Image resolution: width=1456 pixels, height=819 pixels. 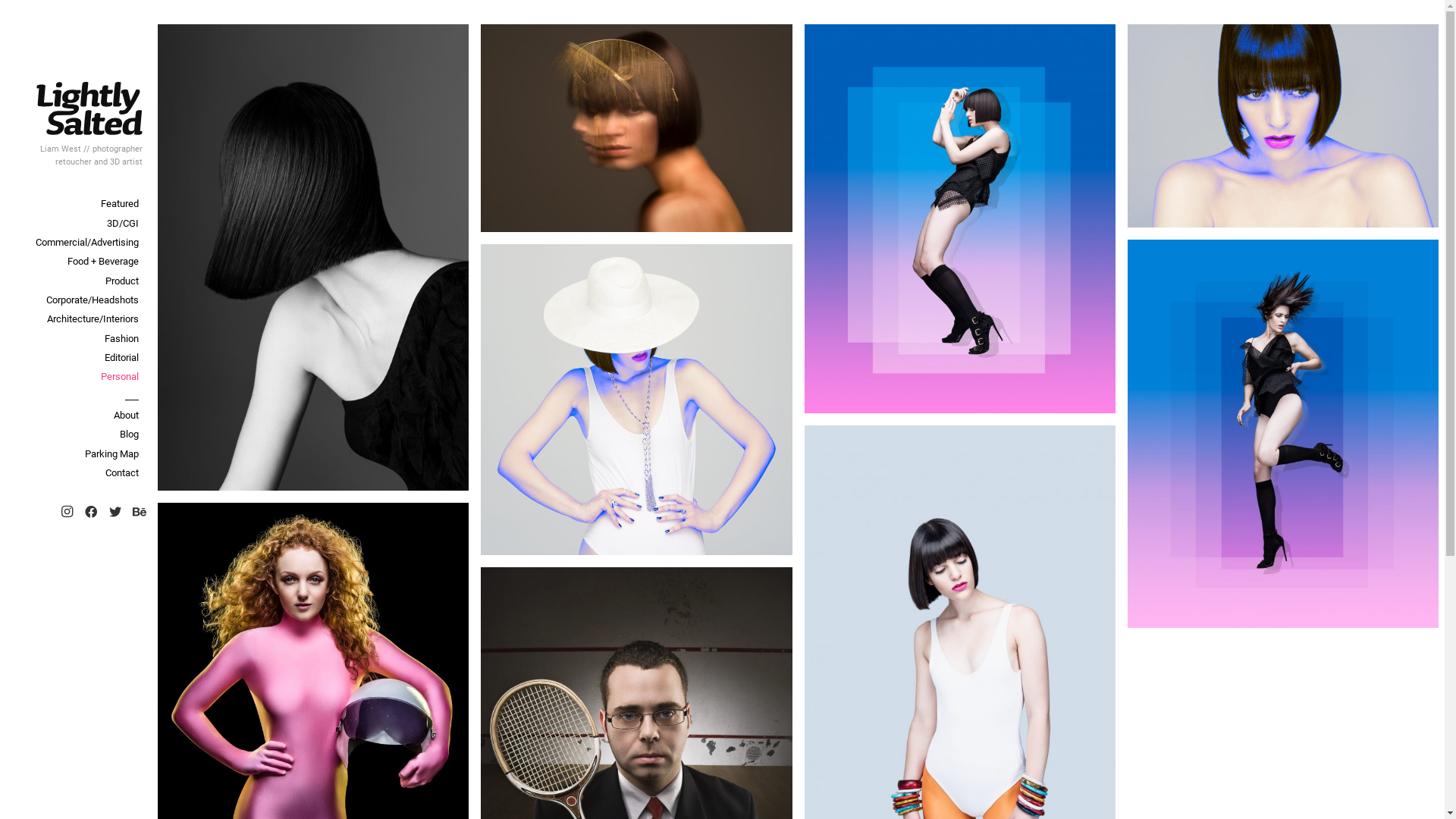 I want to click on '___', so click(x=75, y=395).